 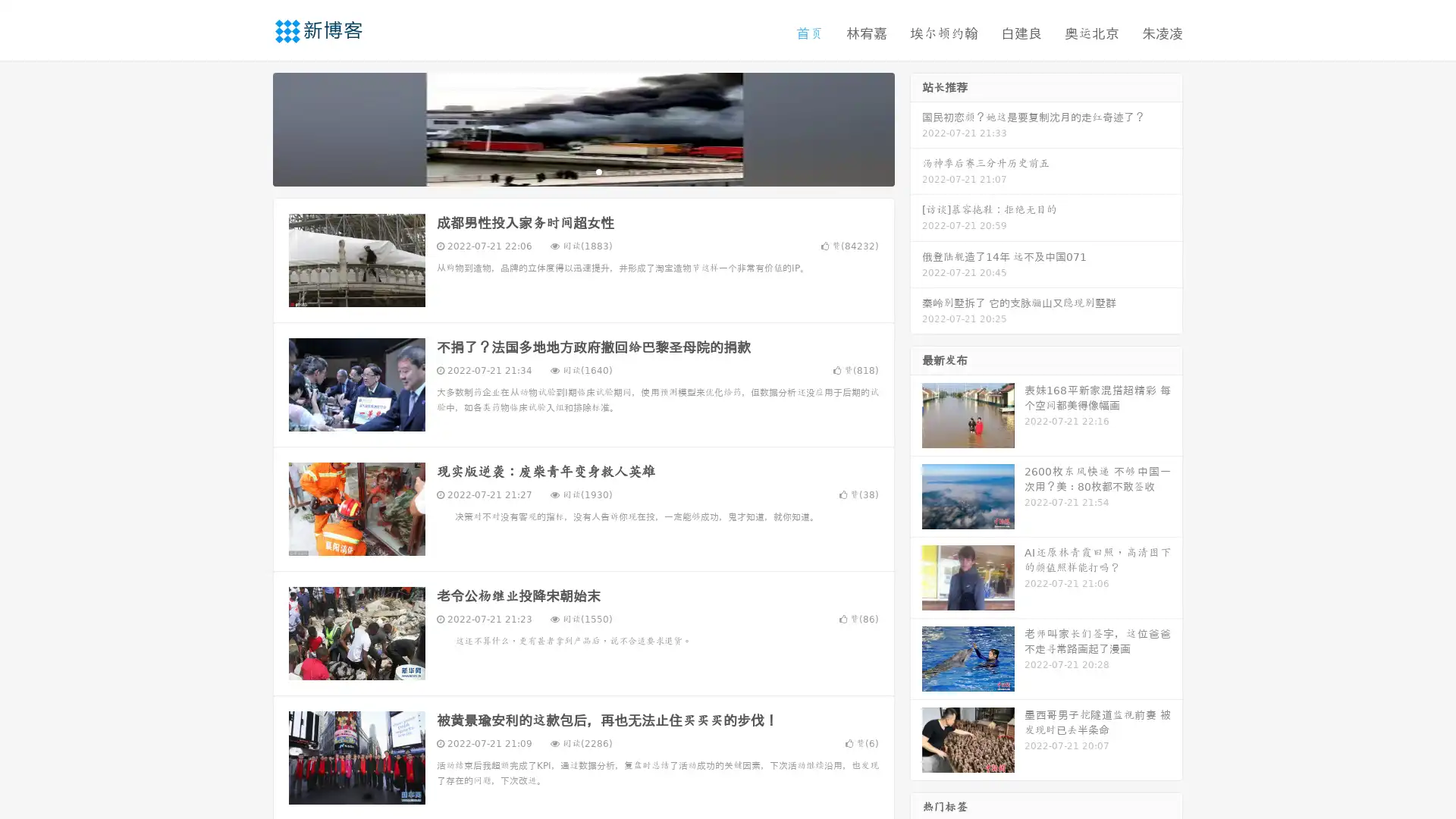 I want to click on Go to slide 3, so click(x=598, y=171).